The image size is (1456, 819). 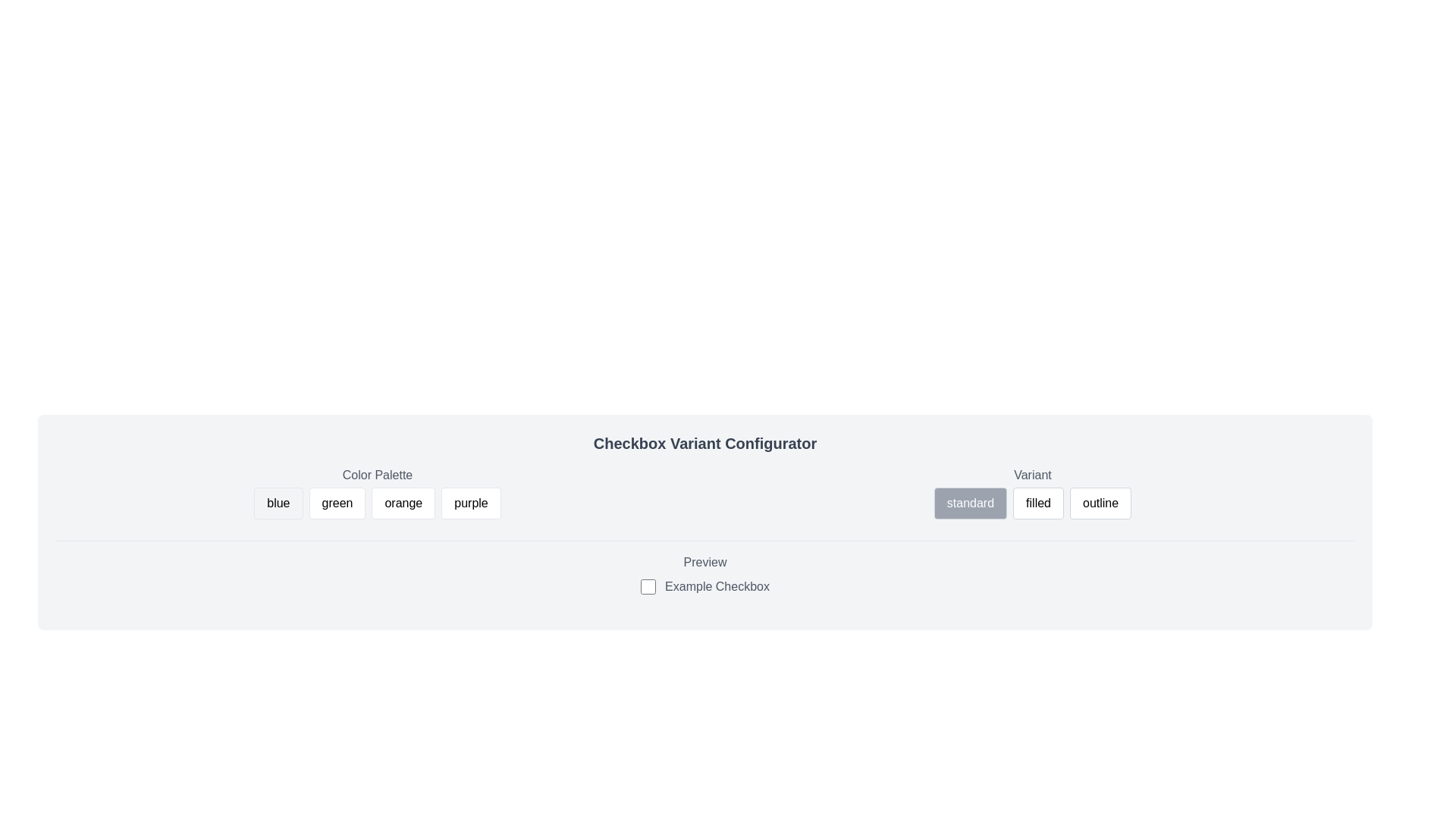 I want to click on the 'filled' button, which is the second button in the 'Variant' section, so click(x=1037, y=503).